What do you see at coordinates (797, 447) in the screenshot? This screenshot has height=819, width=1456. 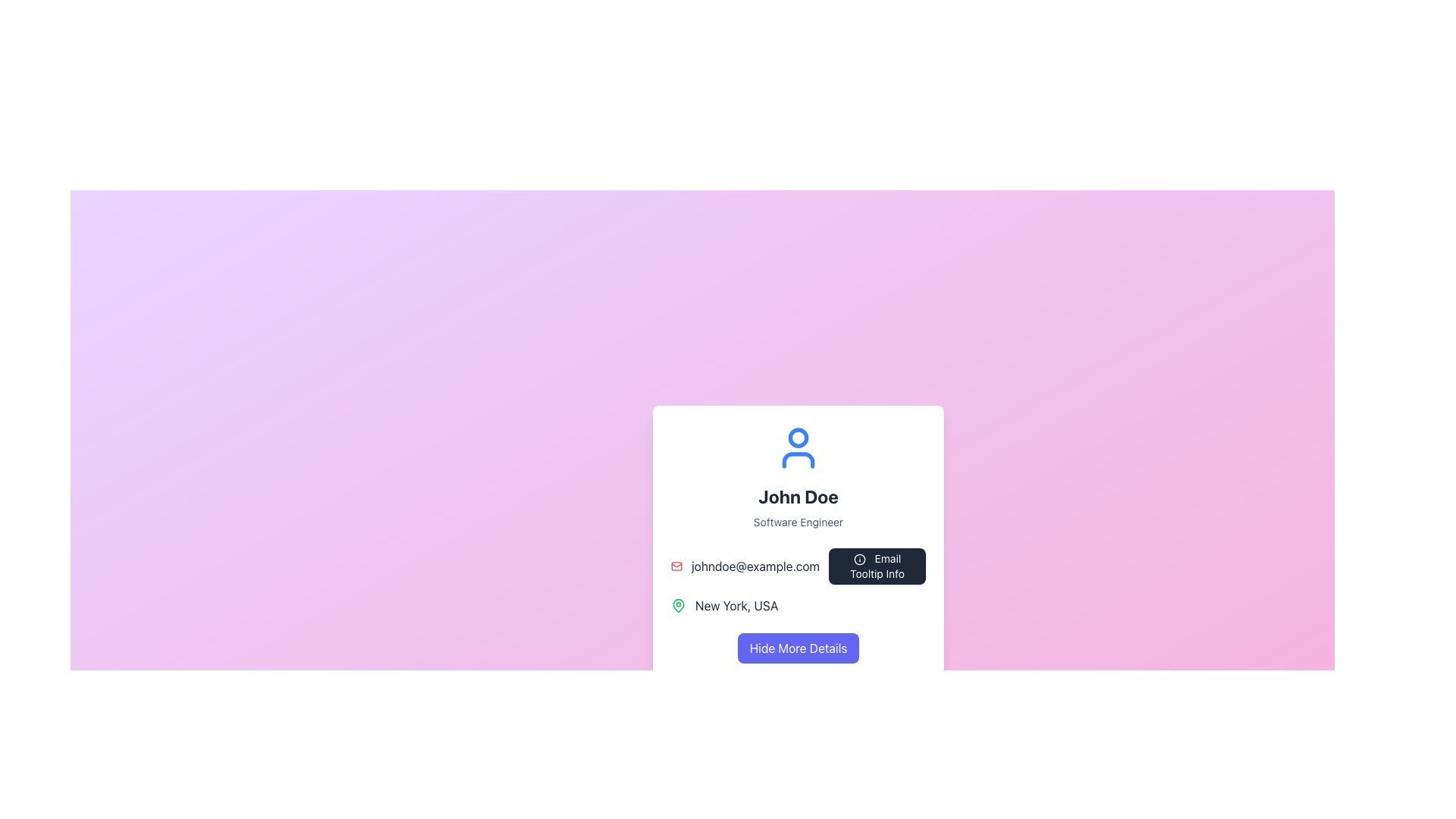 I see `the user profile icon located at the top of the card layout, centered above the name 'John Doe' and the text 'Software Engineer'` at bounding box center [797, 447].